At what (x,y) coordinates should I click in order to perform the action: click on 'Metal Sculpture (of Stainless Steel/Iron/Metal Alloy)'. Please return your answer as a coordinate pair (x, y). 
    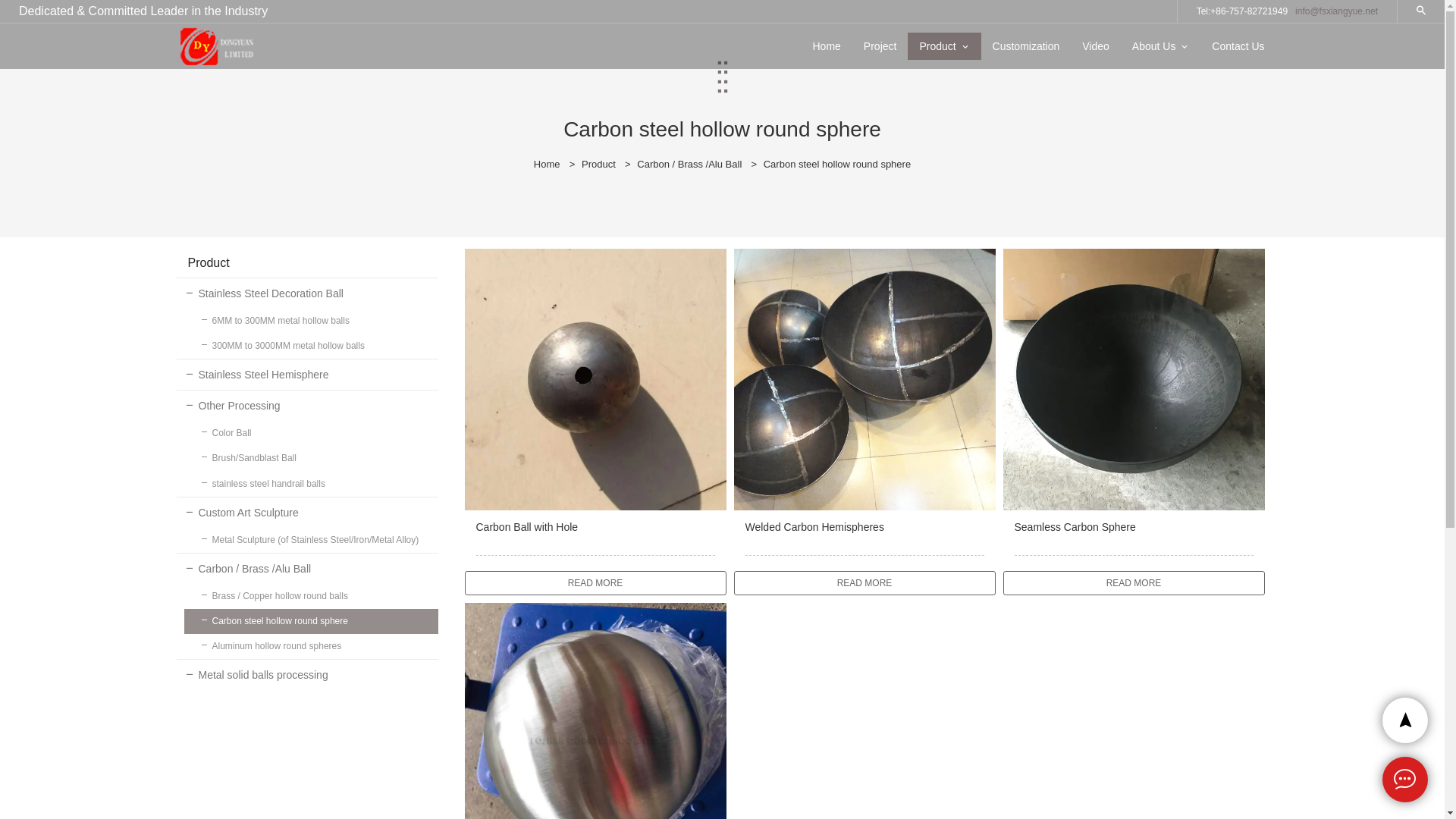
    Looking at the image, I should click on (309, 539).